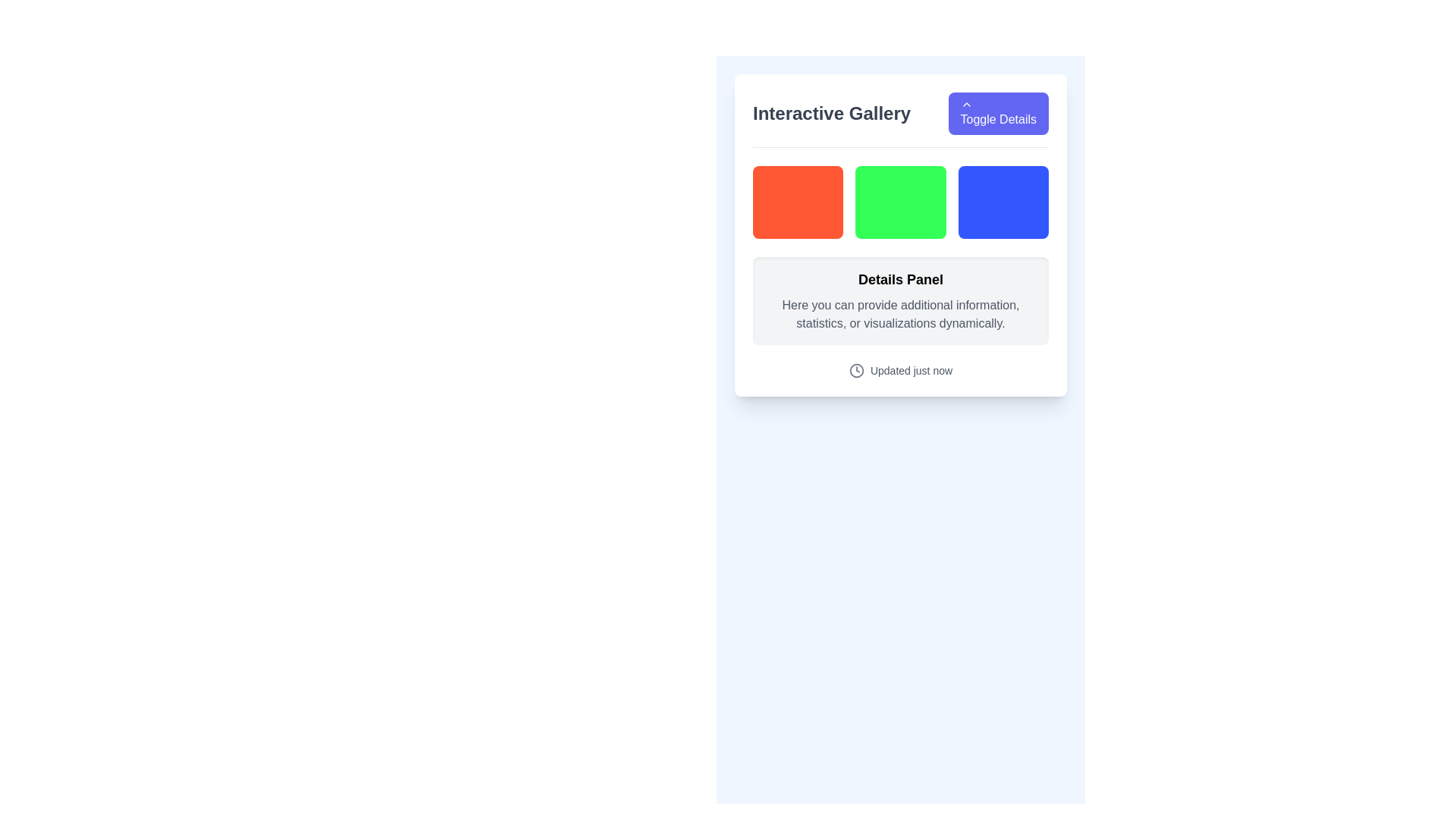 The height and width of the screenshot is (819, 1456). I want to click on the third rectangular colored tile with a bright blue background in the Interactive Gallery section, so click(1003, 201).